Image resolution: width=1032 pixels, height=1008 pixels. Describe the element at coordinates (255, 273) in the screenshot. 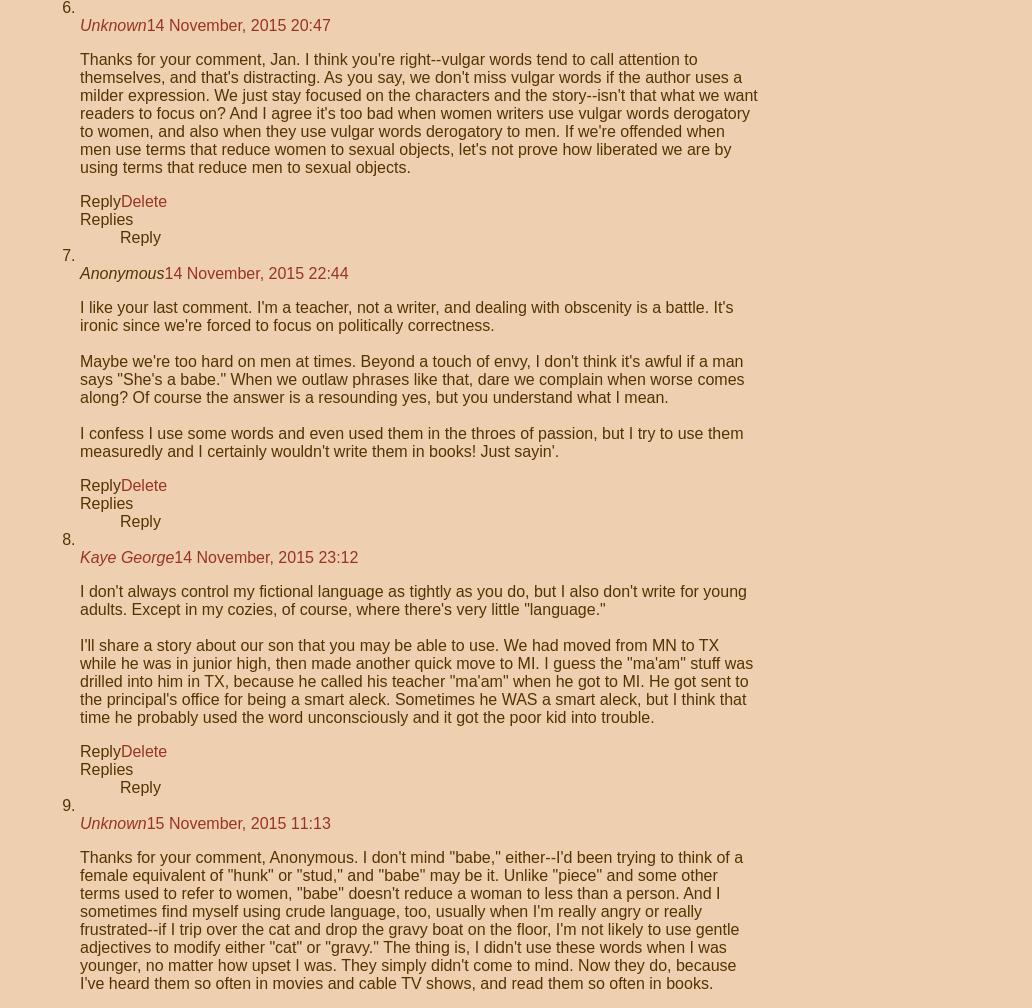

I see `'14 November, 2015 22:44'` at that location.